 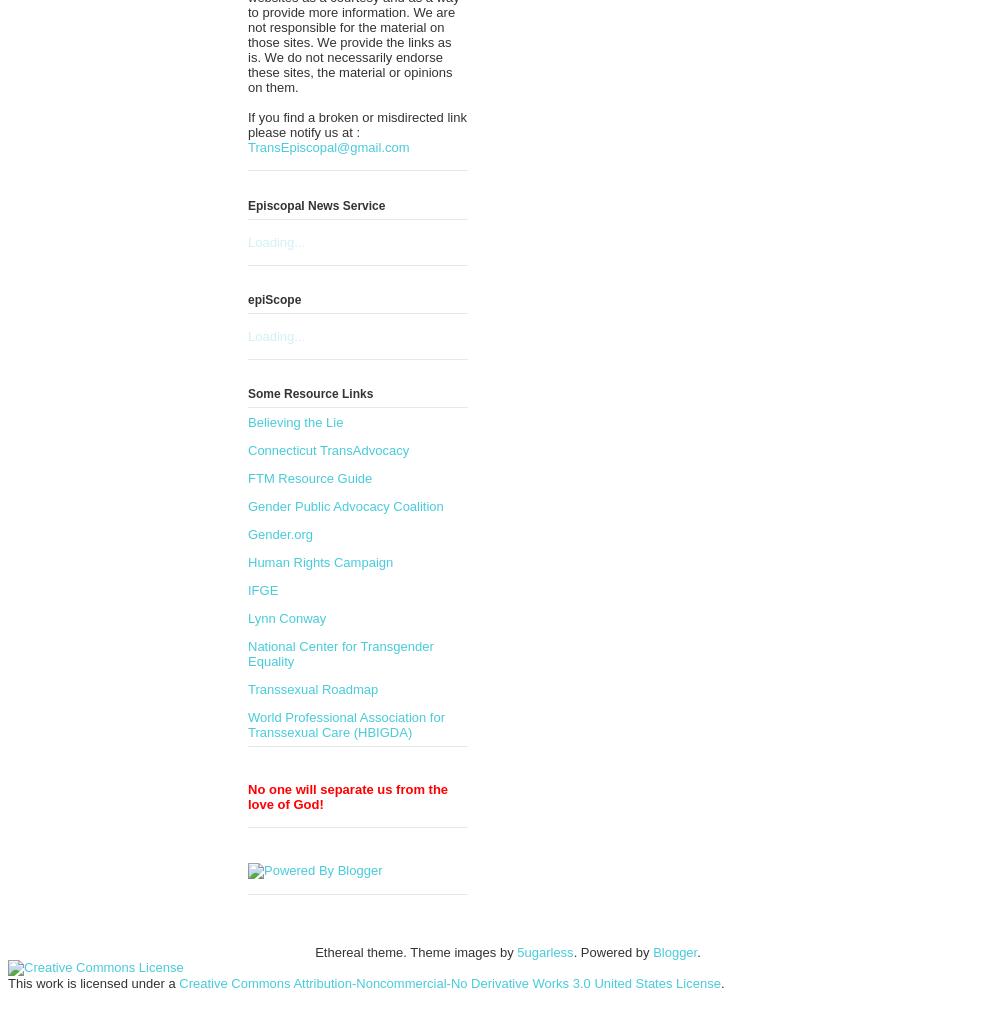 I want to click on 'If you find a broken or misdirected link please notify us at :', so click(x=247, y=124).